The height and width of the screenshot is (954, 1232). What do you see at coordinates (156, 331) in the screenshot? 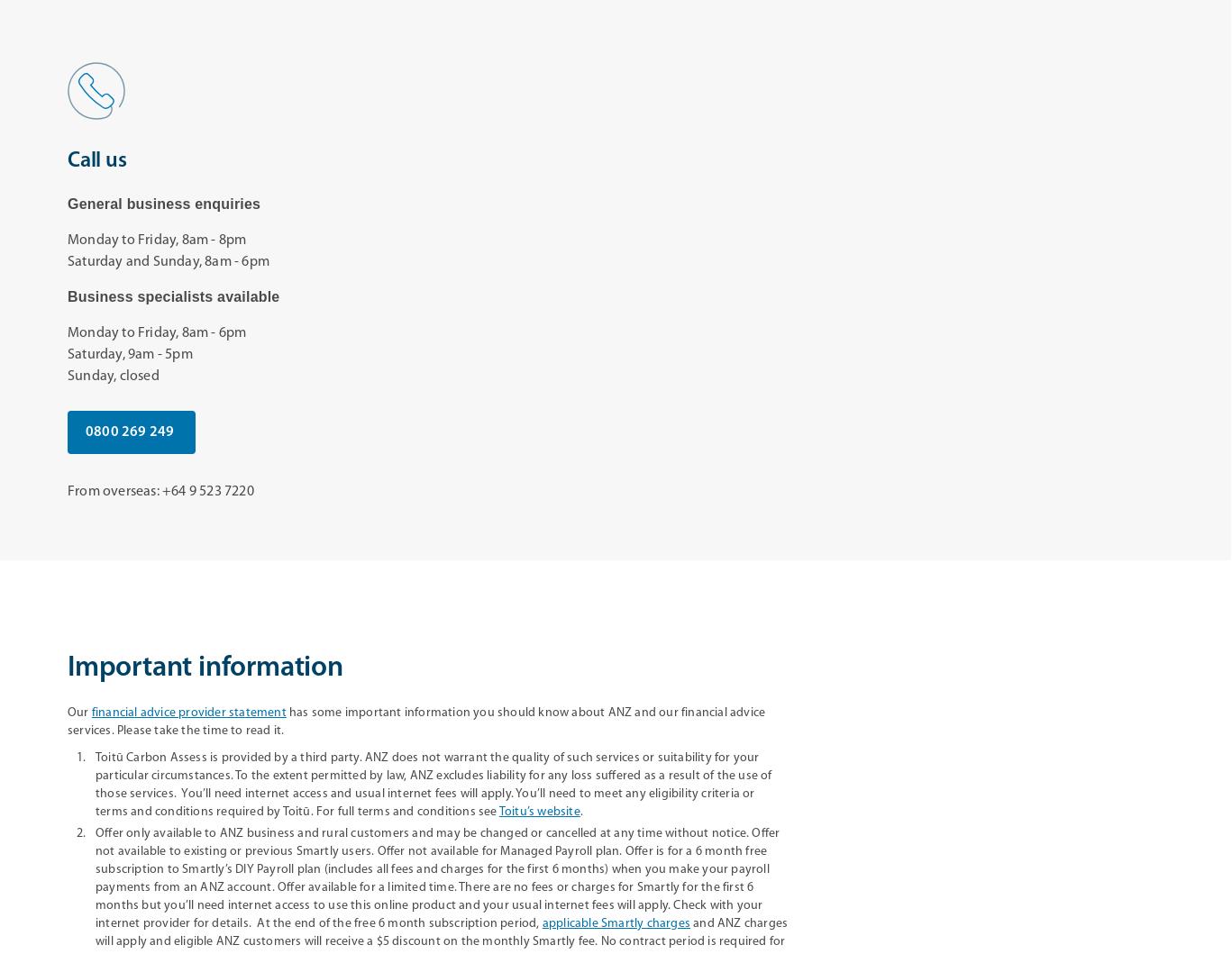
I see `'Monday to Friday, 8am - 6pm'` at bounding box center [156, 331].